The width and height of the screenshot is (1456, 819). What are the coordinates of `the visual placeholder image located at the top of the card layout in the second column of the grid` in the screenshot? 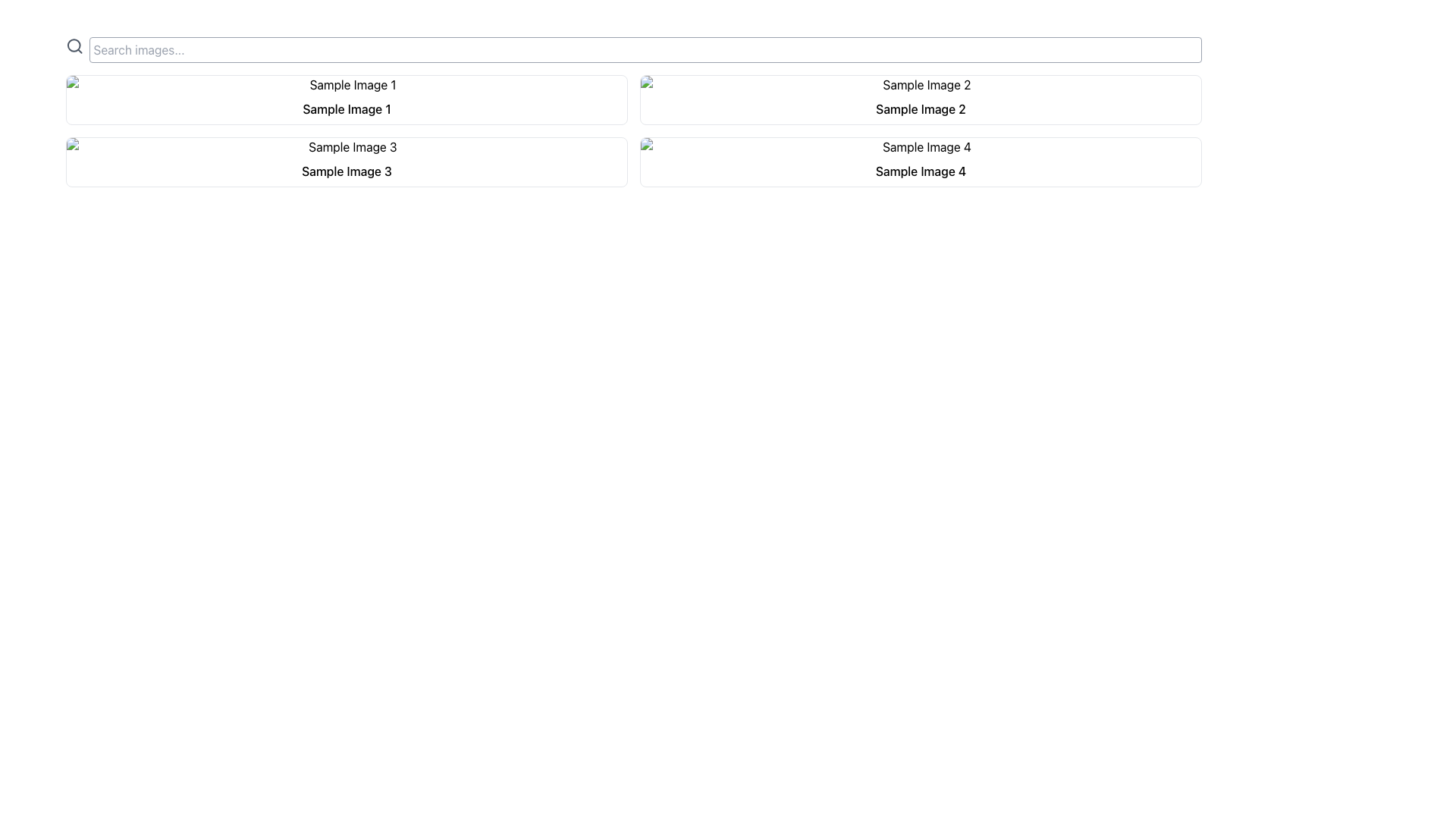 It's located at (920, 84).